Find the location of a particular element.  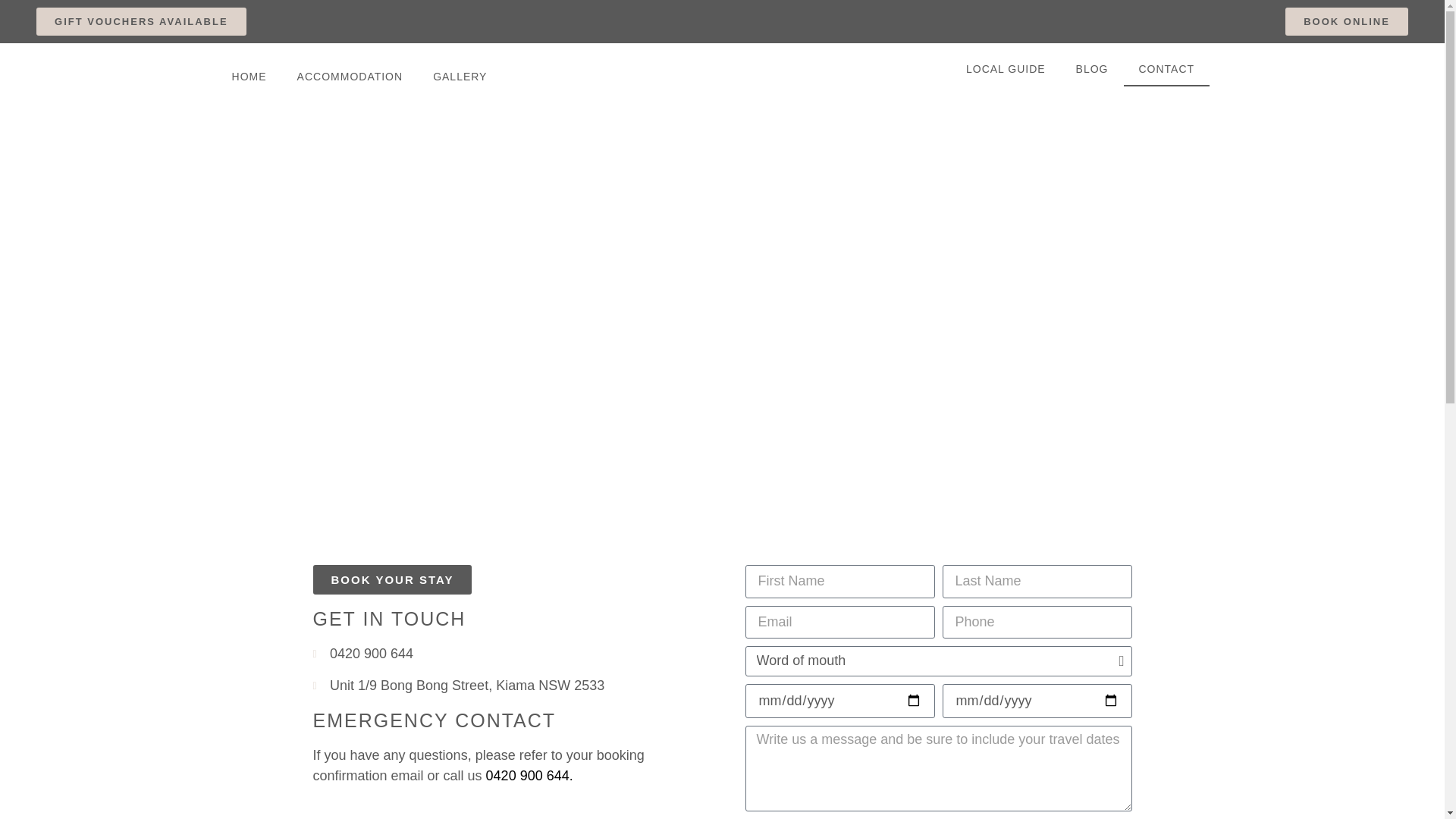

'HOME' is located at coordinates (216, 76).